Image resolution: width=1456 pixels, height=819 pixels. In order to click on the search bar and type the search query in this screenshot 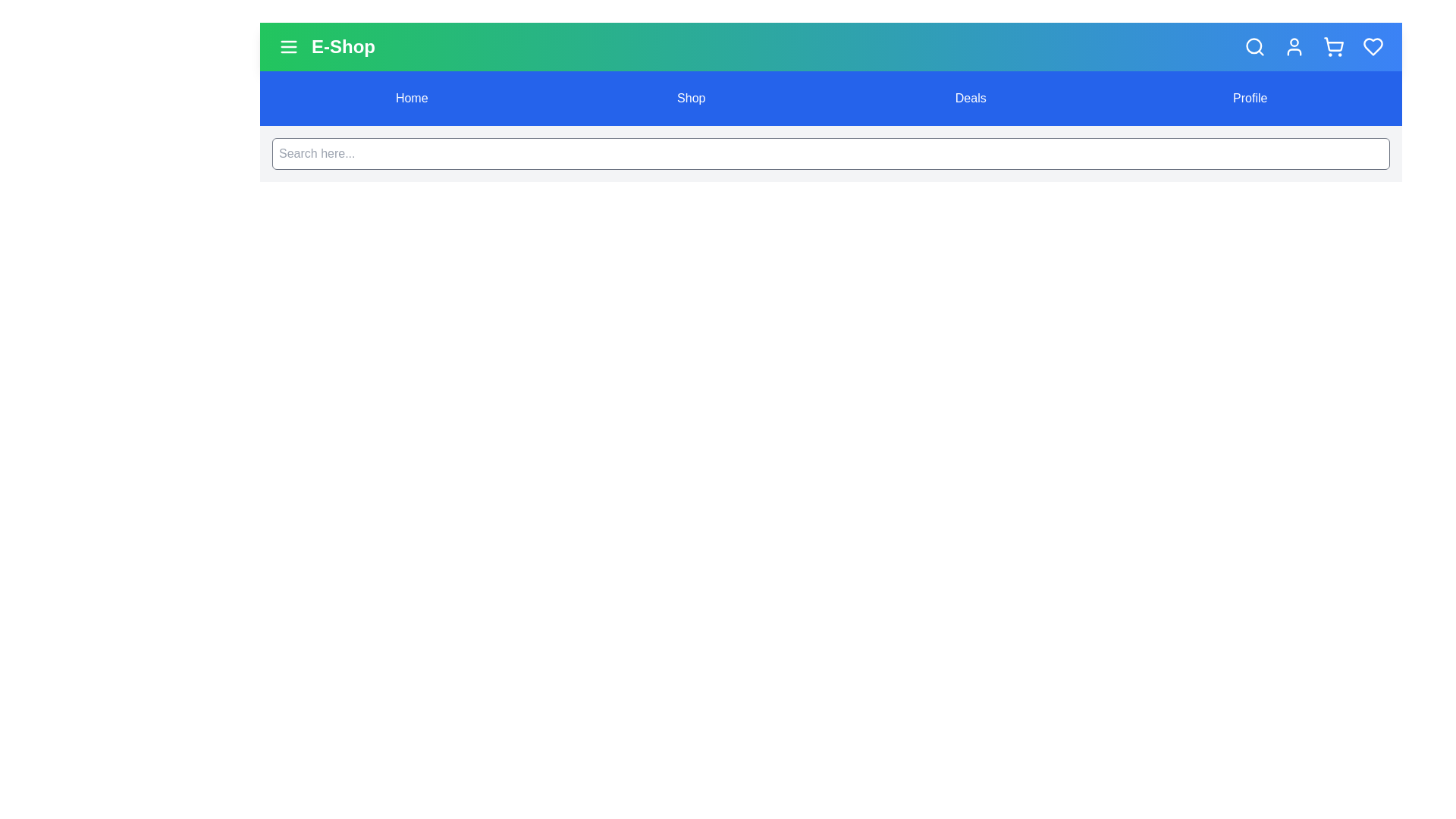, I will do `click(830, 154)`.